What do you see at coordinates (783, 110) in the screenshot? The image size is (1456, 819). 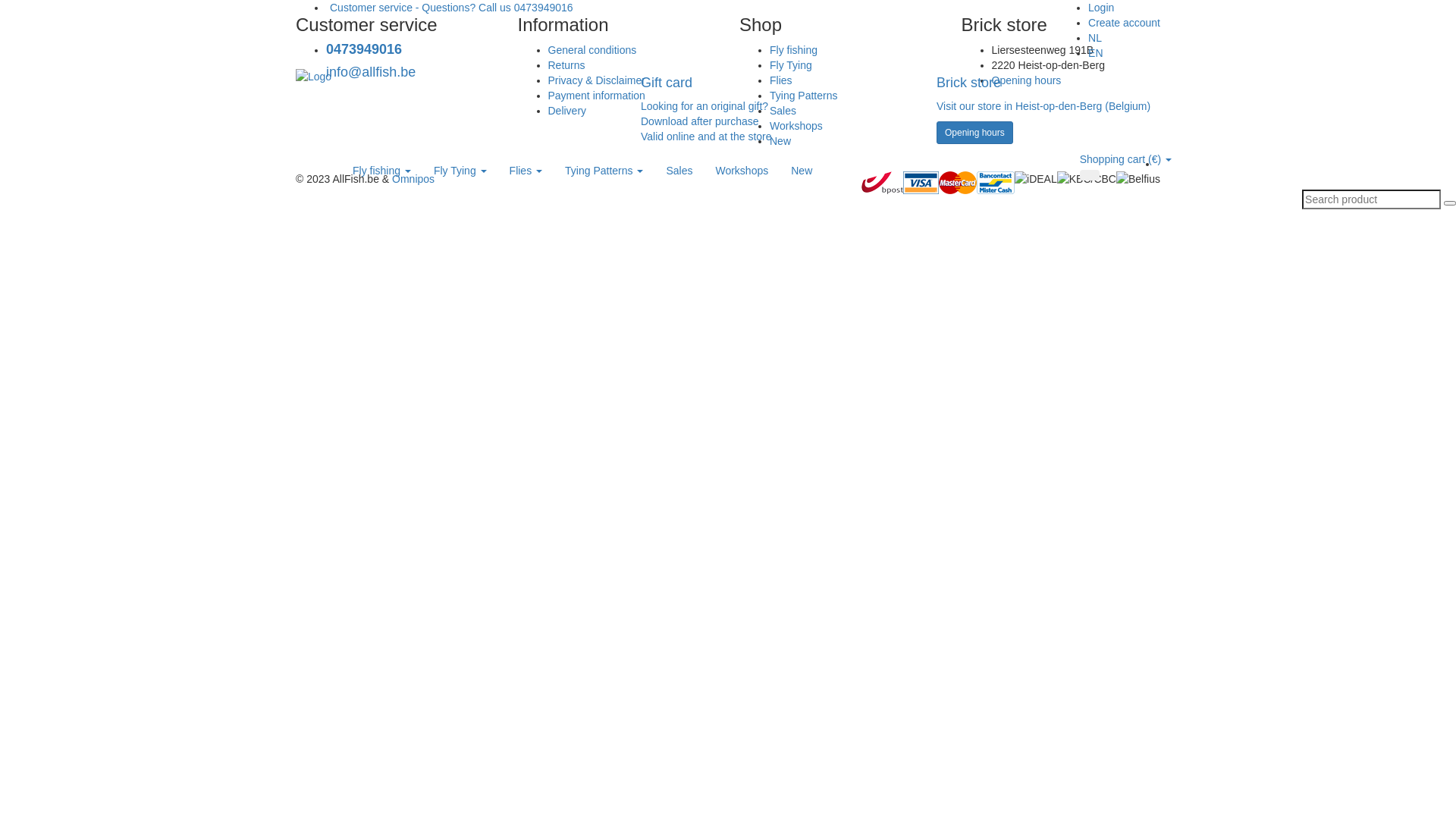 I see `'Sales'` at bounding box center [783, 110].